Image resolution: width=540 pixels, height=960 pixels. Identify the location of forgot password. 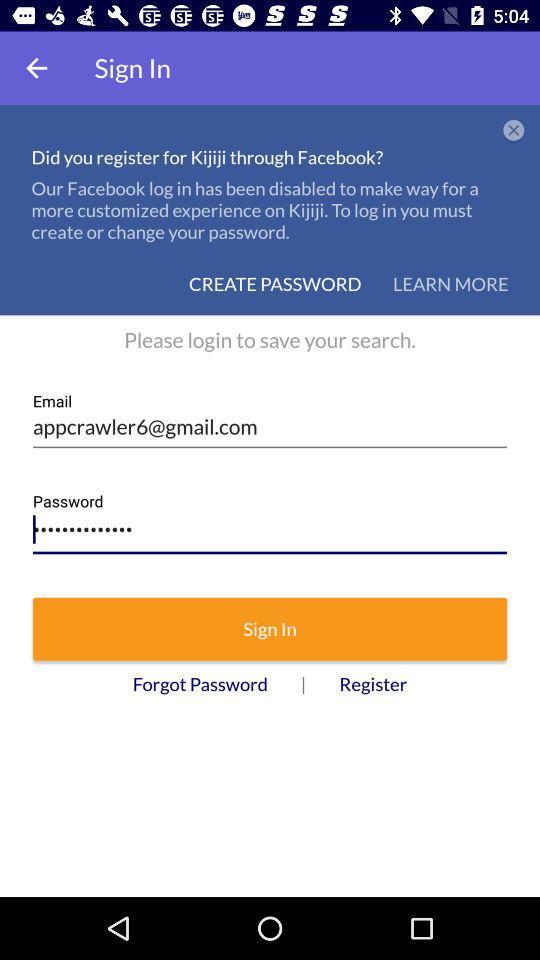
(200, 684).